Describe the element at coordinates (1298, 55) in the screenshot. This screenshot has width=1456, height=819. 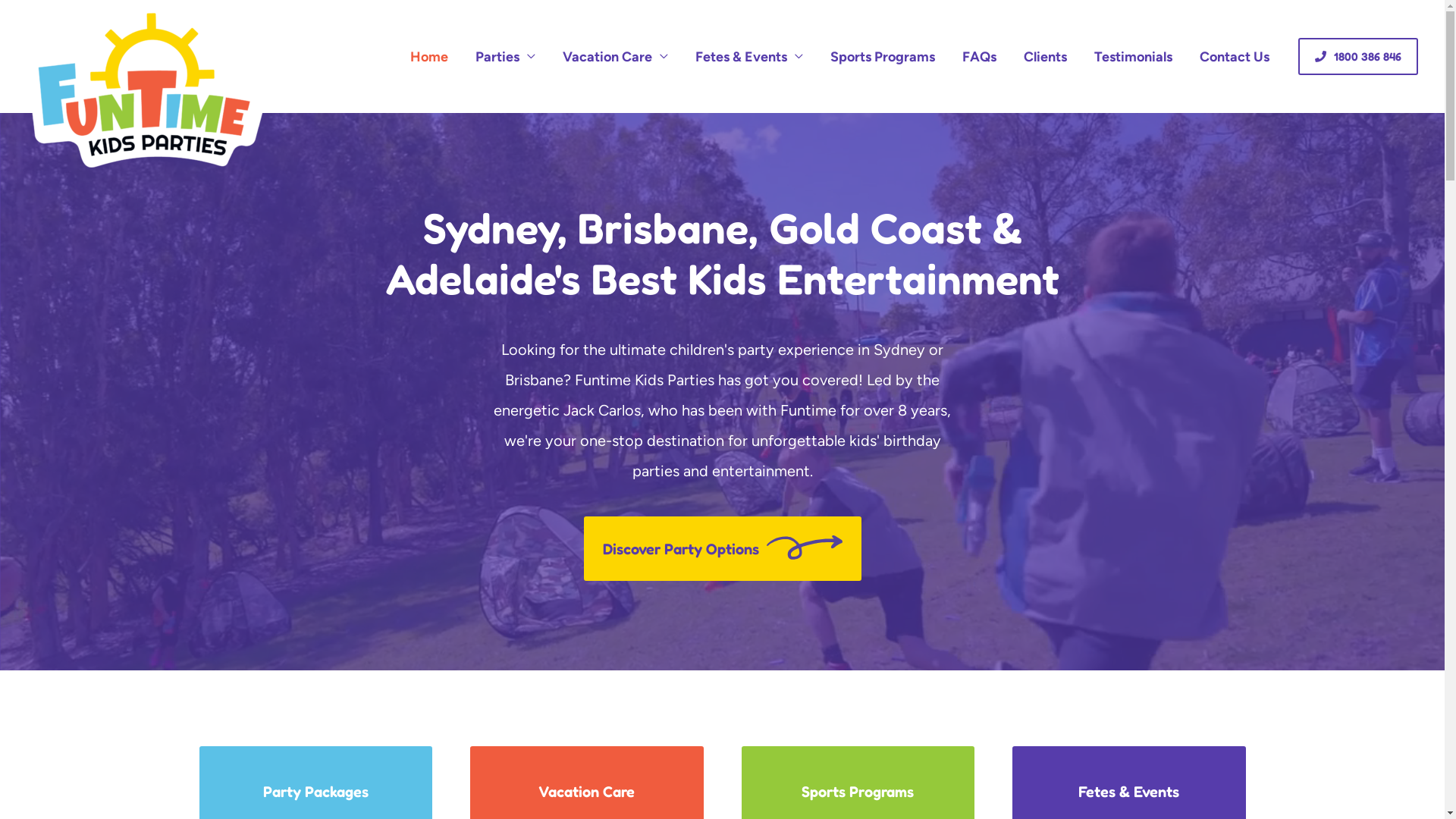
I see `'1800 386 846'` at that location.